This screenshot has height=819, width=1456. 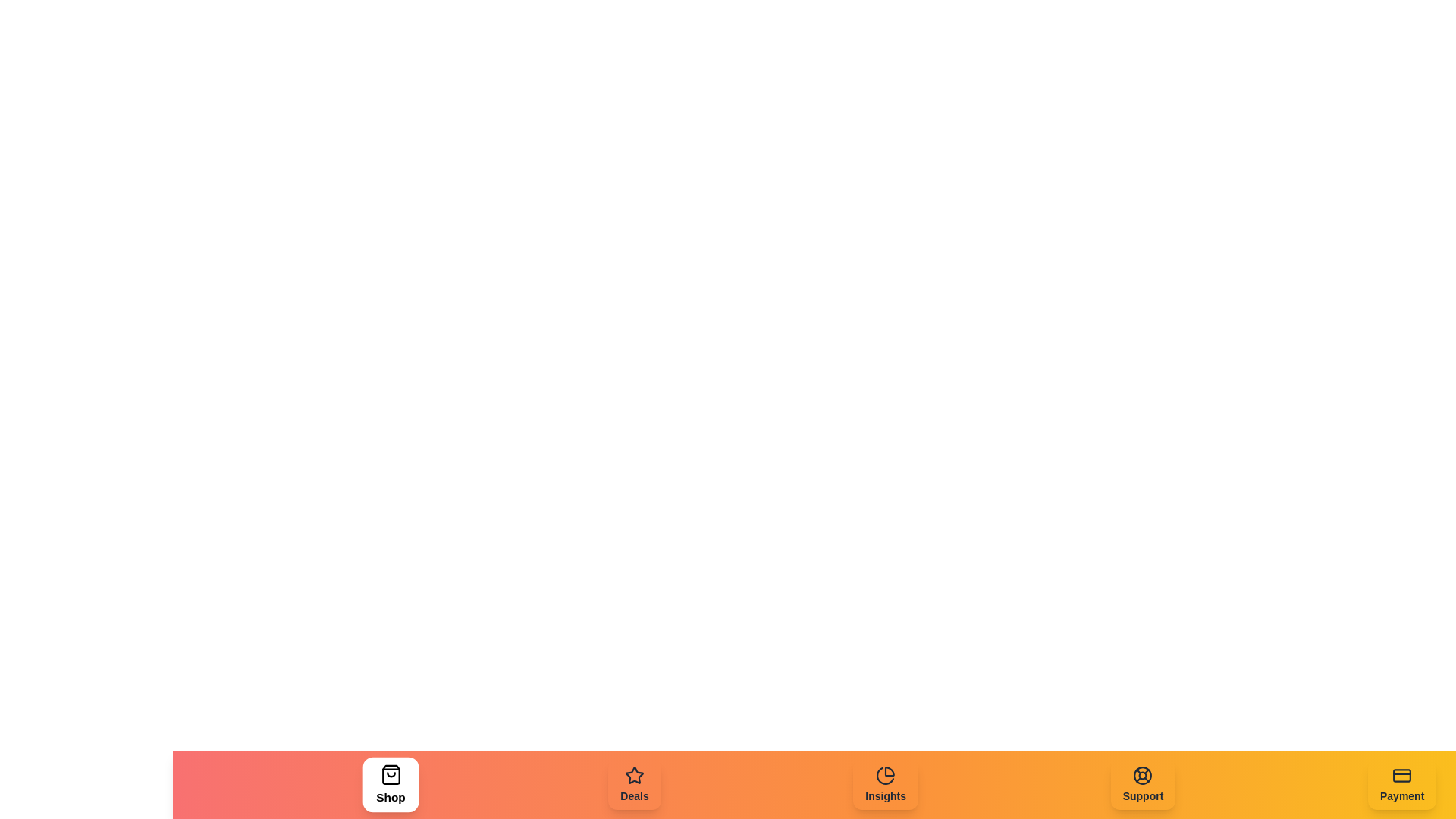 I want to click on the tab labeled 'Insights' to observe its hover effect, so click(x=886, y=784).